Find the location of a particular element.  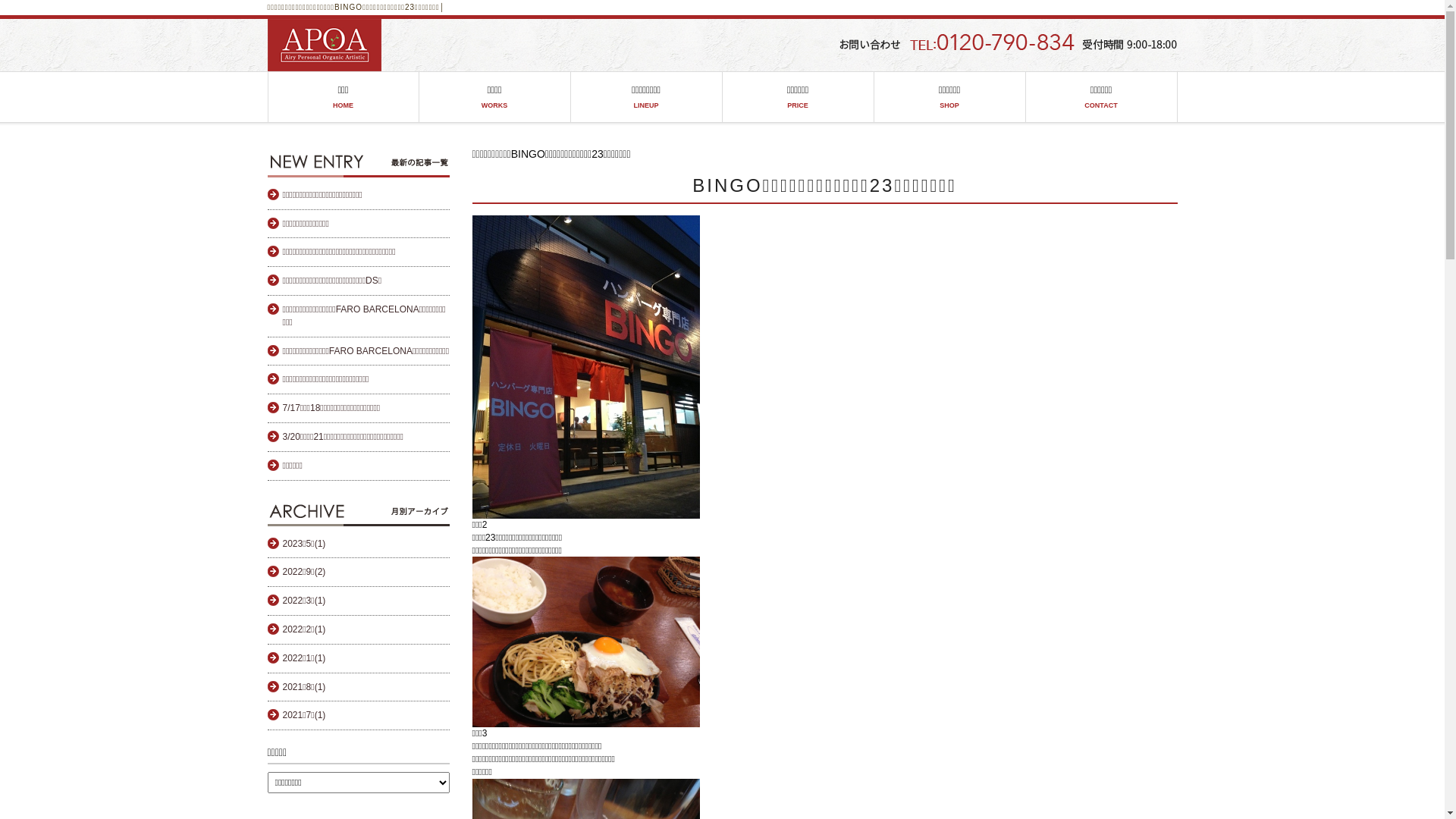

'head_tel' is located at coordinates (1006, 40).